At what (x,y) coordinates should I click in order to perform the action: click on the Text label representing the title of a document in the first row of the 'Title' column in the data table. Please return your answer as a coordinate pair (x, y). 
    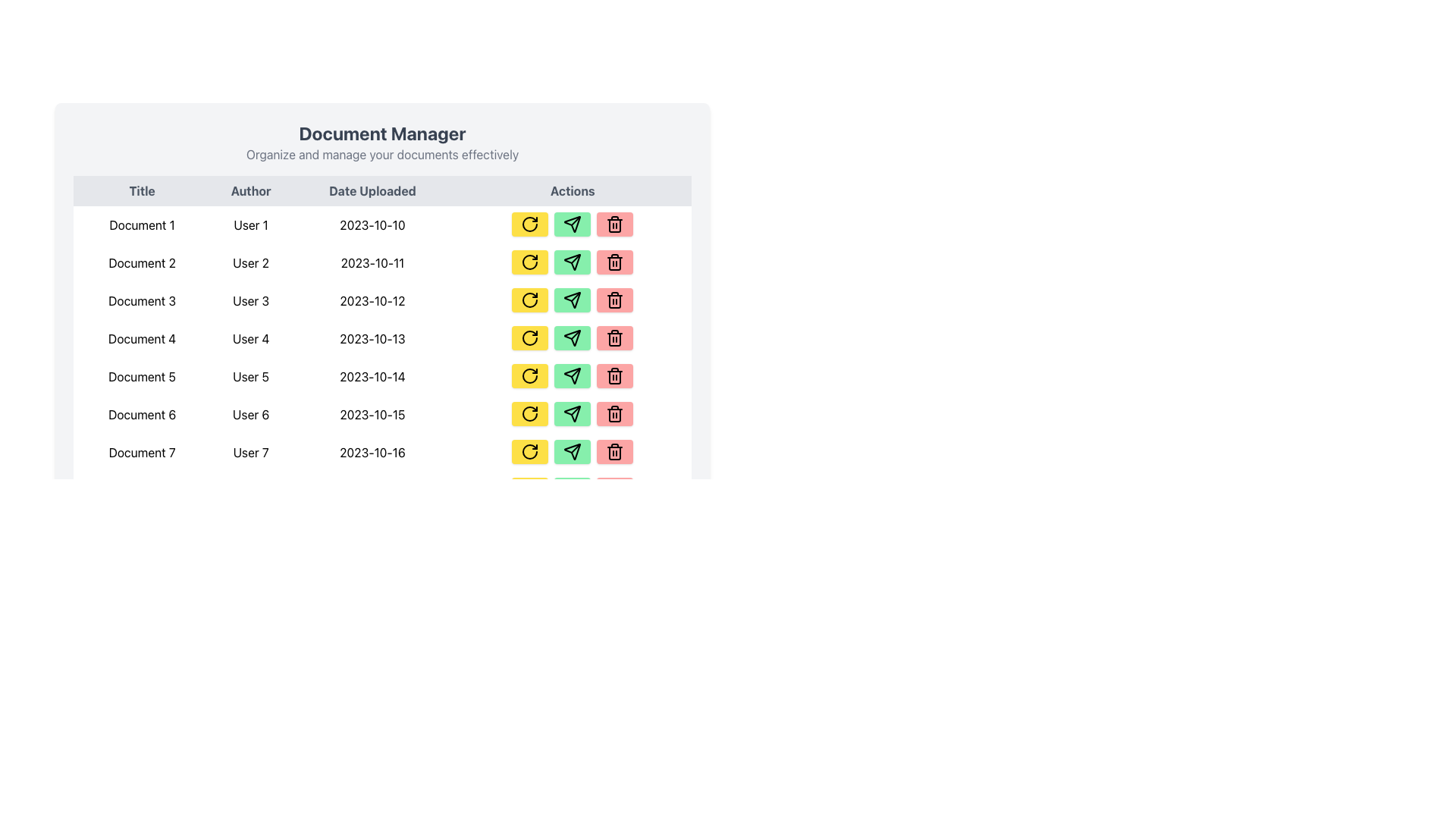
    Looking at the image, I should click on (142, 225).